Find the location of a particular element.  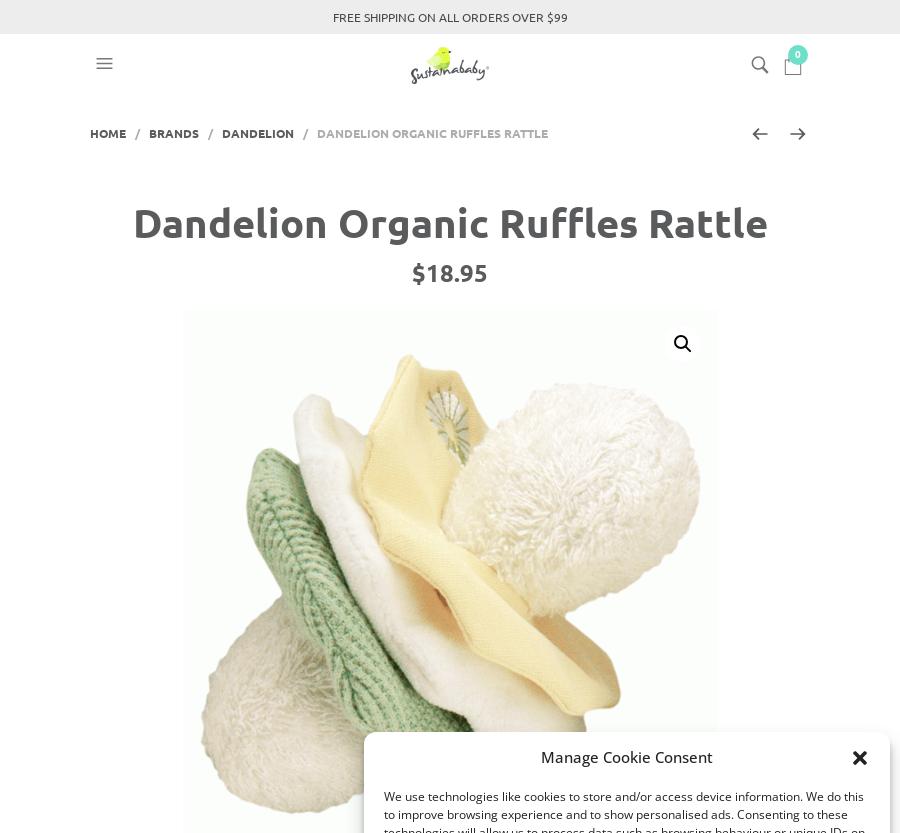

'dandelion' is located at coordinates (257, 133).